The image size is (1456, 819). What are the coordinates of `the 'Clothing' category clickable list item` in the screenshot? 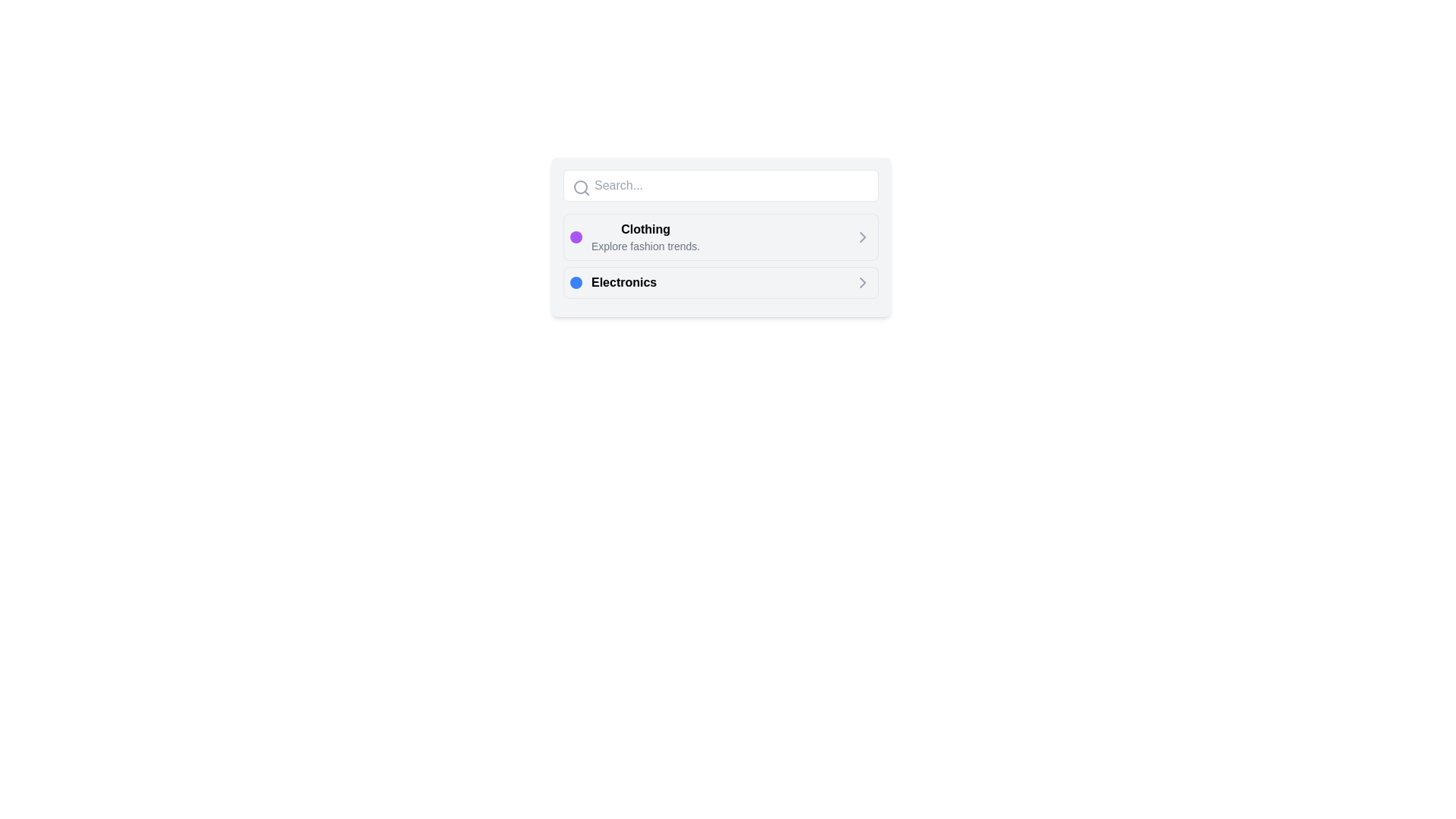 It's located at (720, 237).